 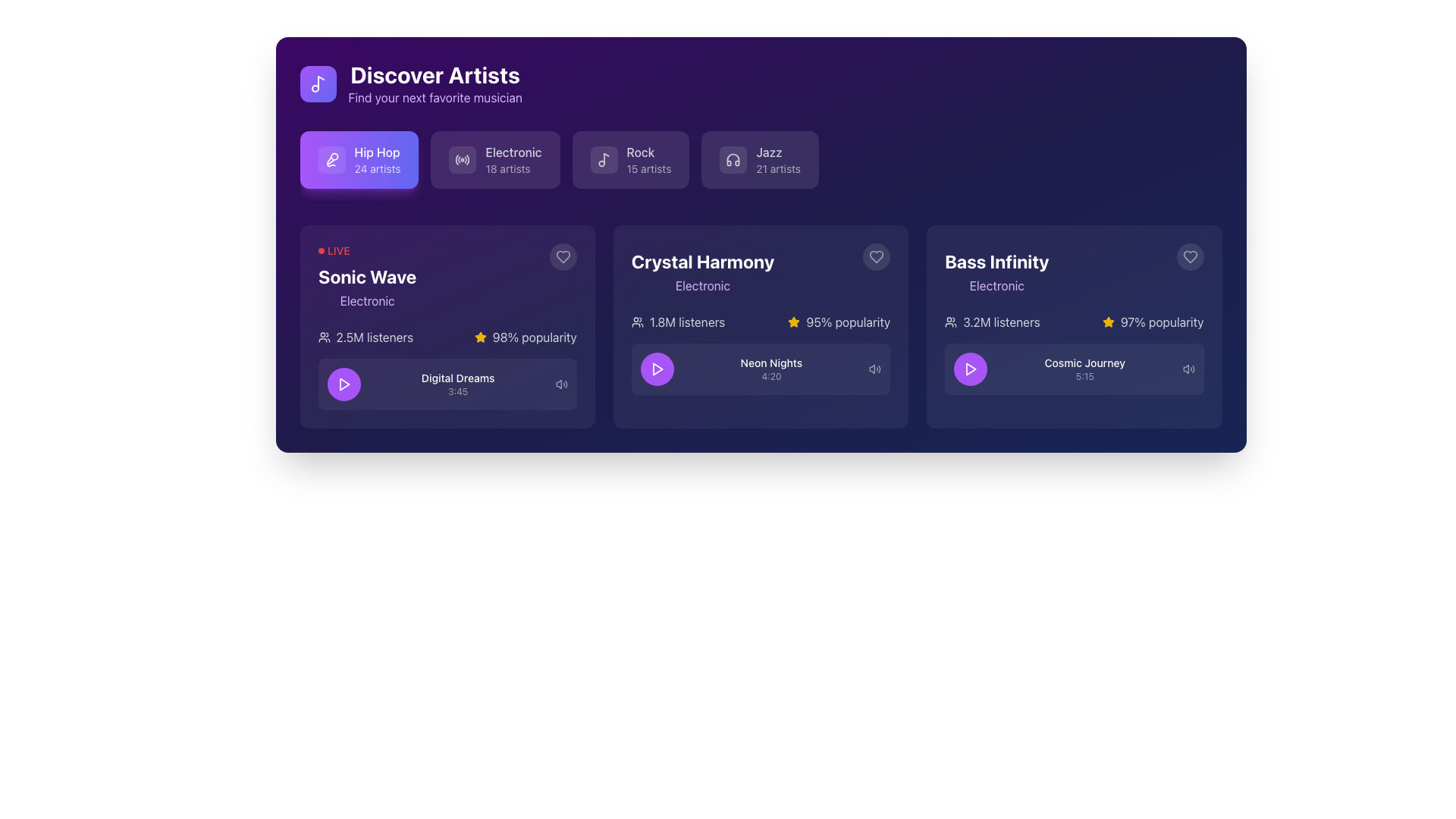 I want to click on the circular category selection icon resembling a signal or broadcast symbol, located in the second tab under 'Discover Artists', between the 'Hip Hop' and 'Rock' tabs for keyboard navigation, so click(x=462, y=160).